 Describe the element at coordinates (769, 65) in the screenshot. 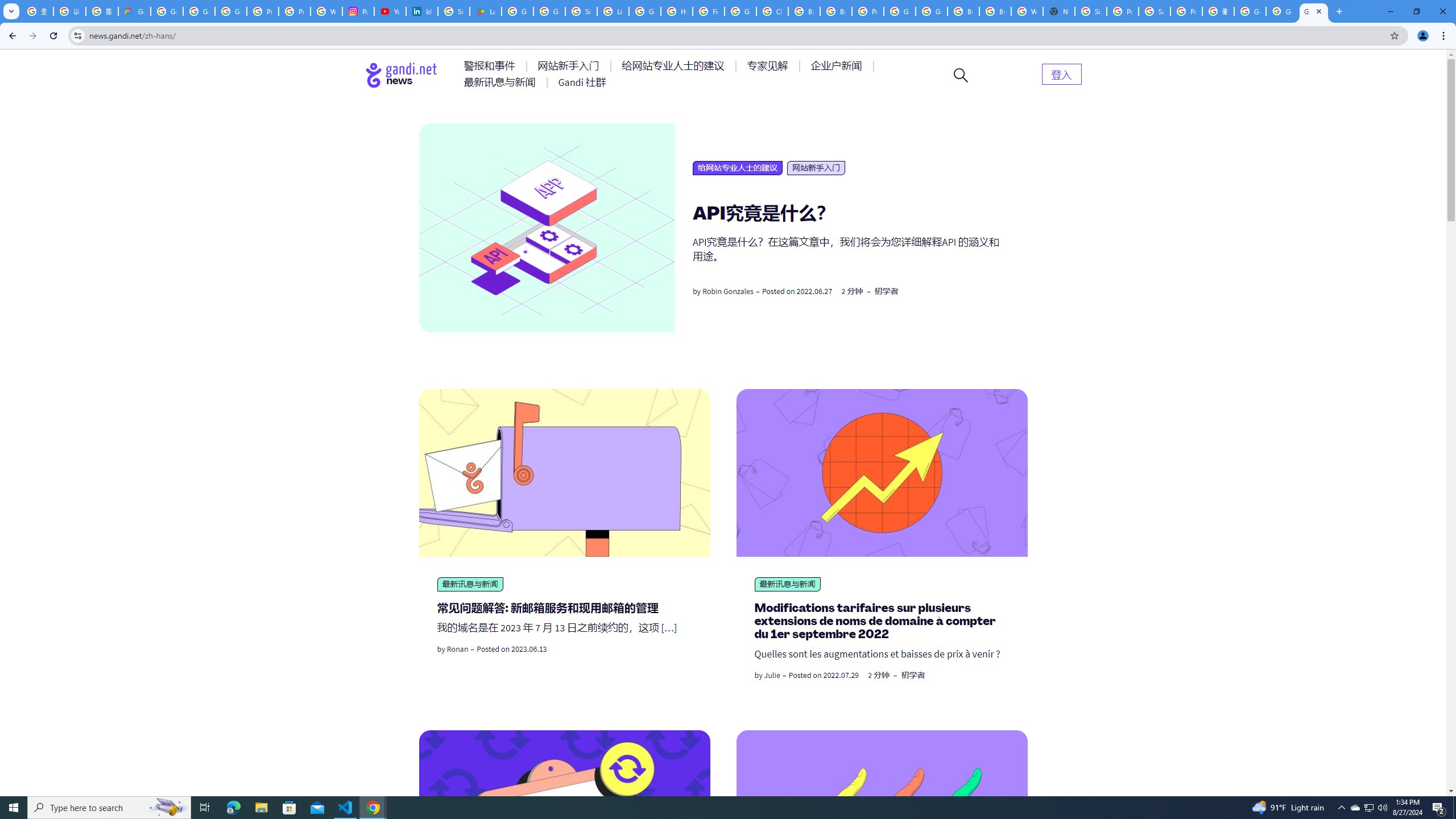

I see `'AutomationID: menu-item-77764'` at that location.